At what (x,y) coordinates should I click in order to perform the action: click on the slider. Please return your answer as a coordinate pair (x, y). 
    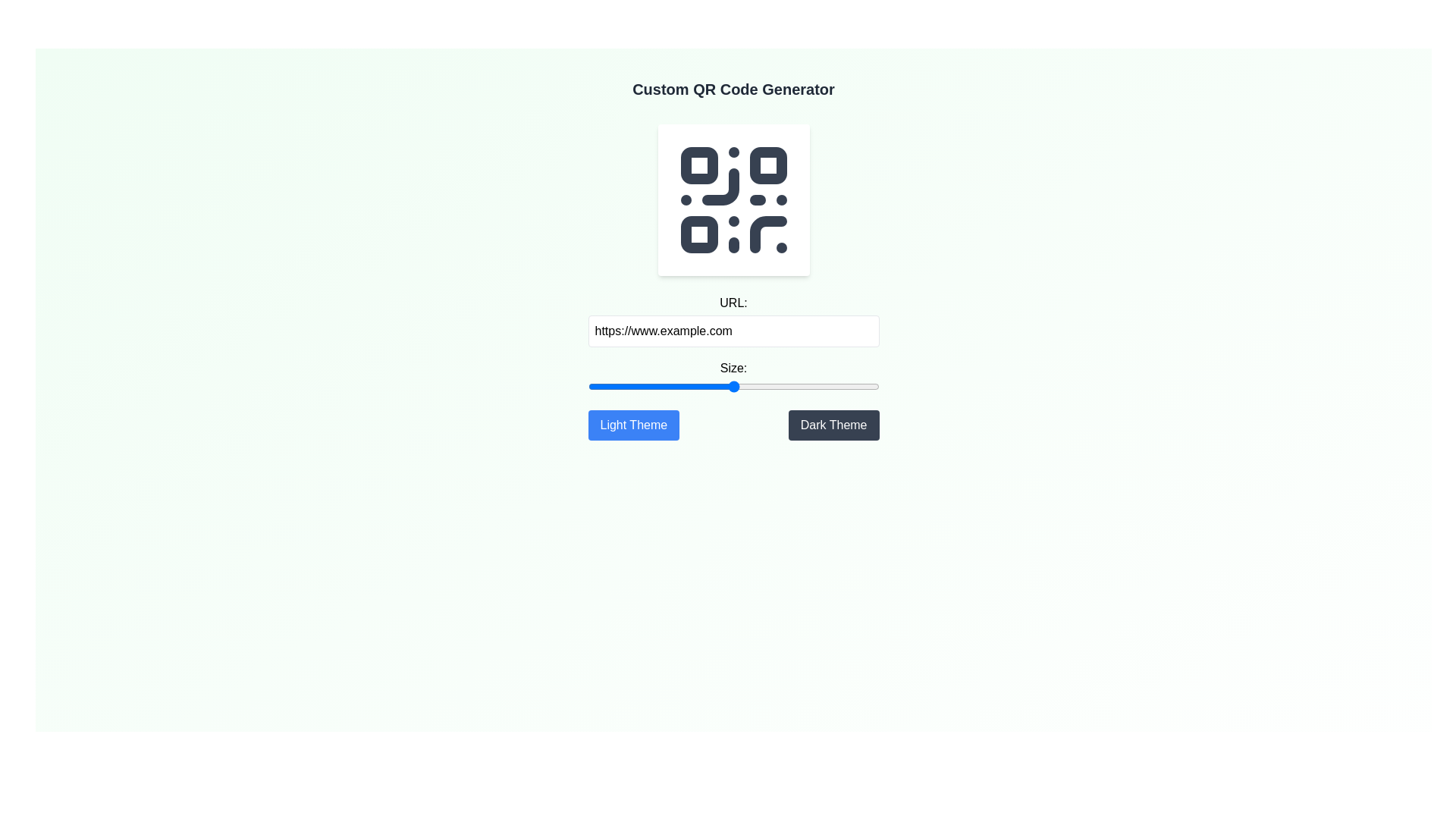
    Looking at the image, I should click on (623, 385).